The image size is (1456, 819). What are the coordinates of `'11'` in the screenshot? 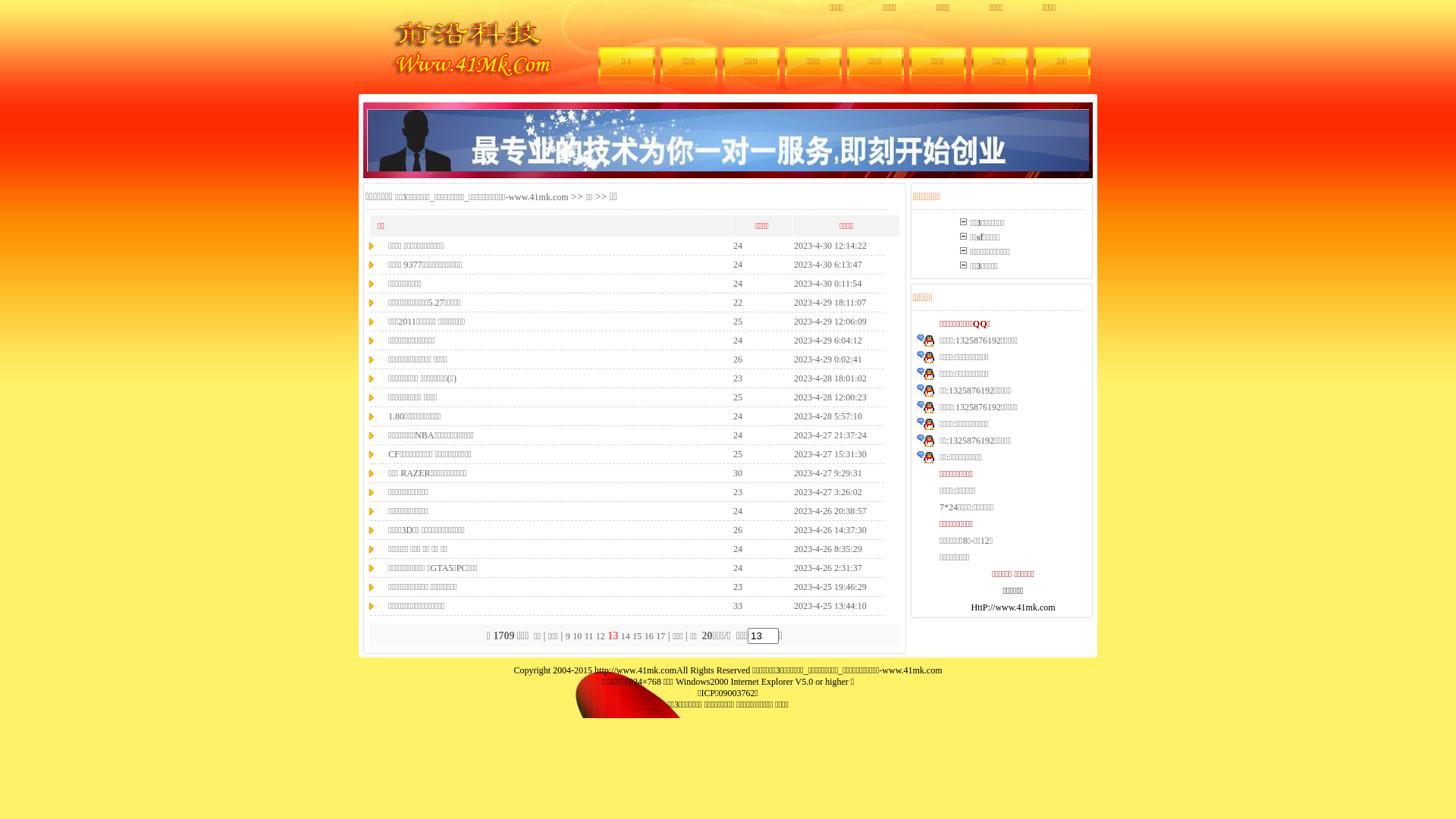 It's located at (588, 636).